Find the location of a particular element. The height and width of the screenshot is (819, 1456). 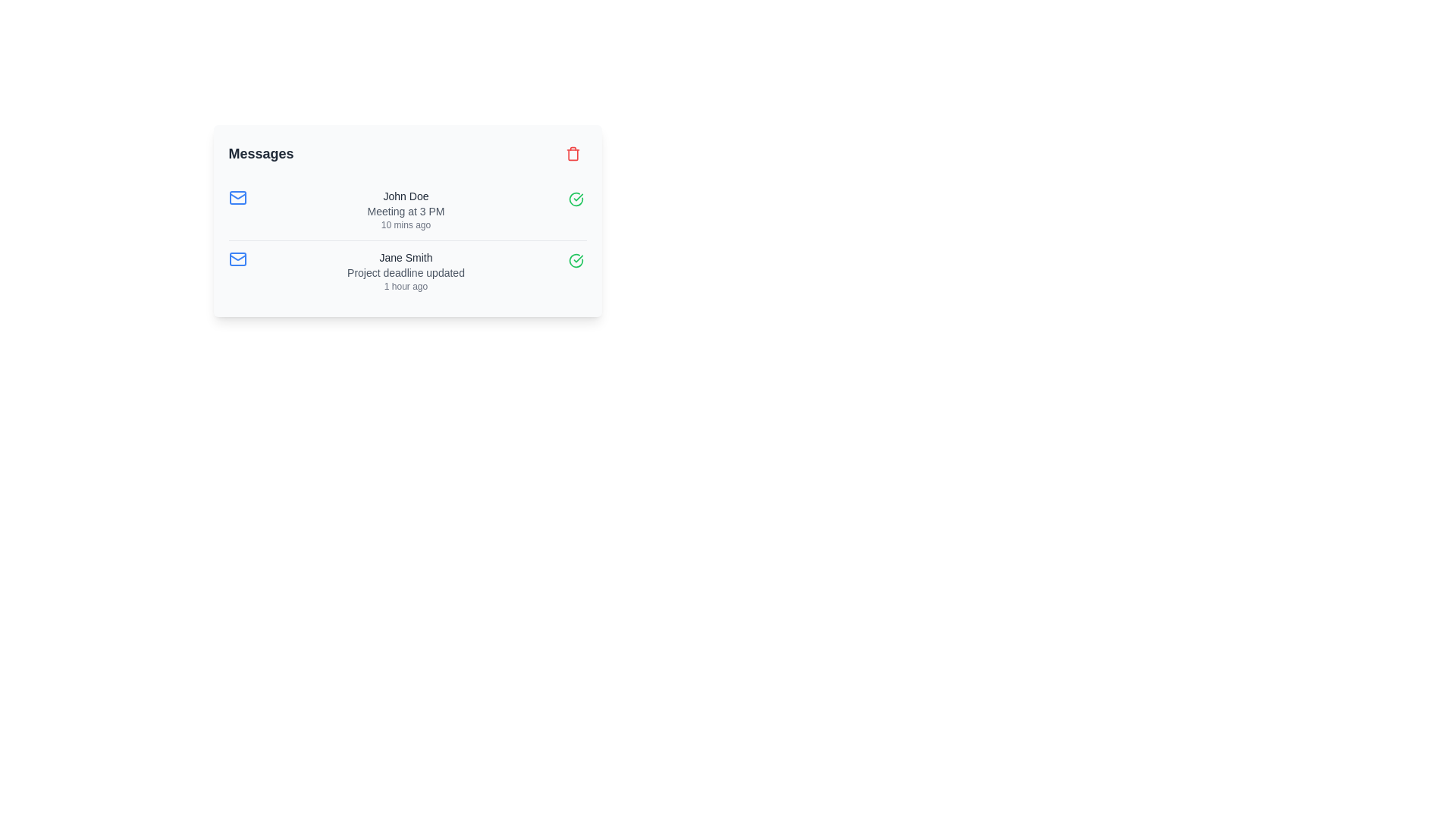

the email message icon associated with the user entry for 'John Doe' in the 'Messages' section is located at coordinates (237, 197).